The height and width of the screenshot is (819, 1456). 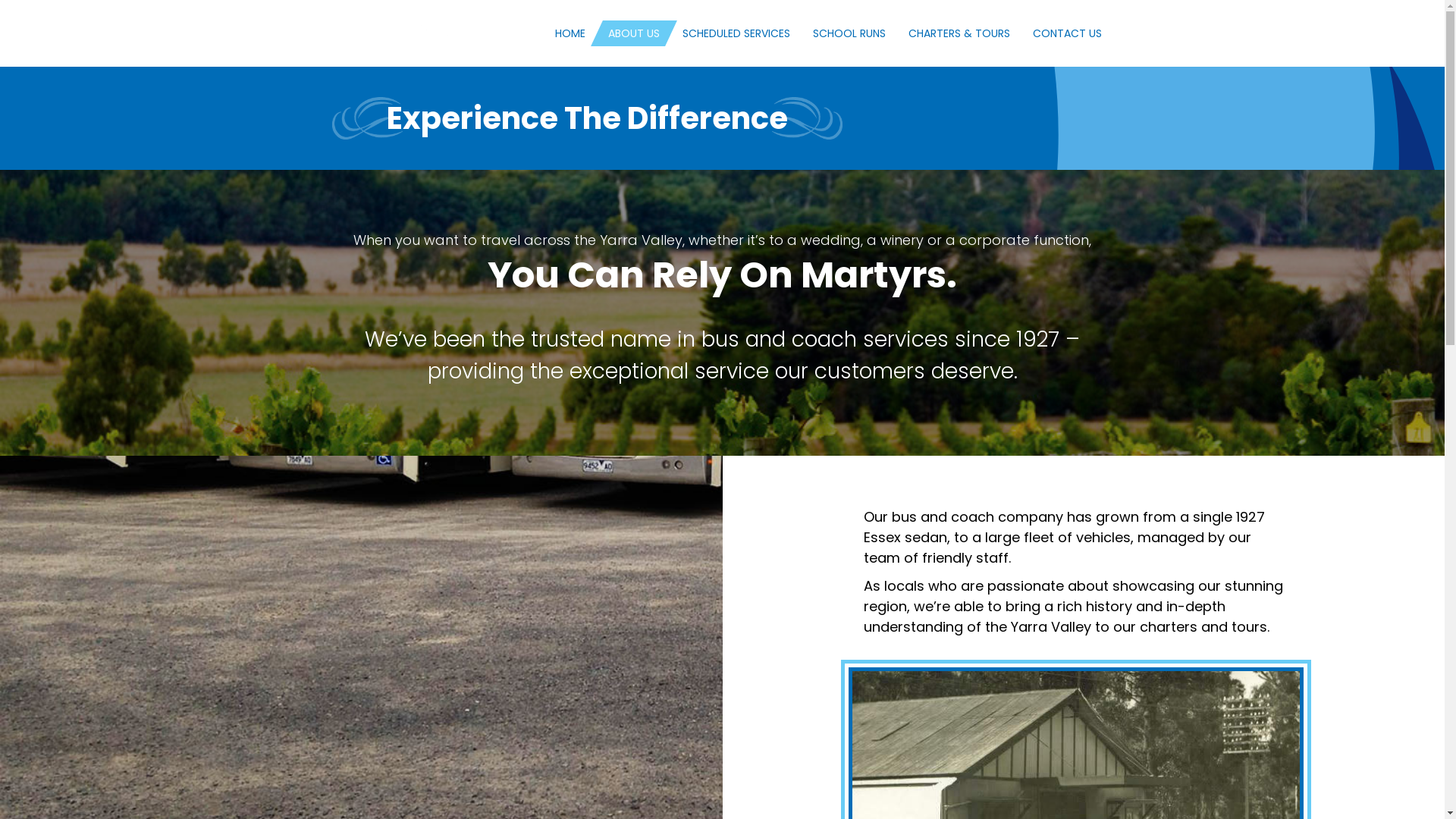 What do you see at coordinates (730, 33) in the screenshot?
I see `'SCHEDULED SERVICES'` at bounding box center [730, 33].